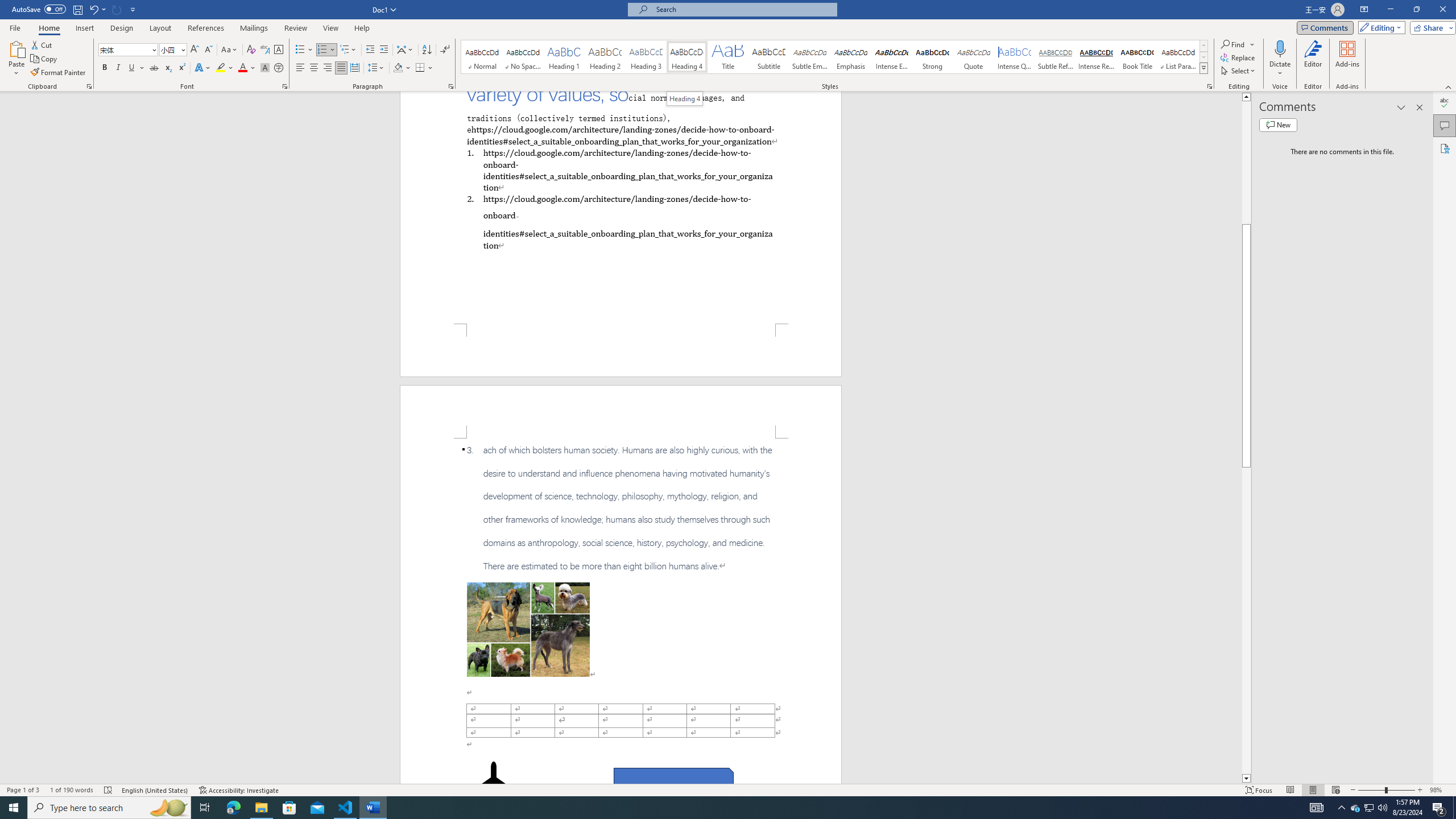  I want to click on 'Underline', so click(131, 67).